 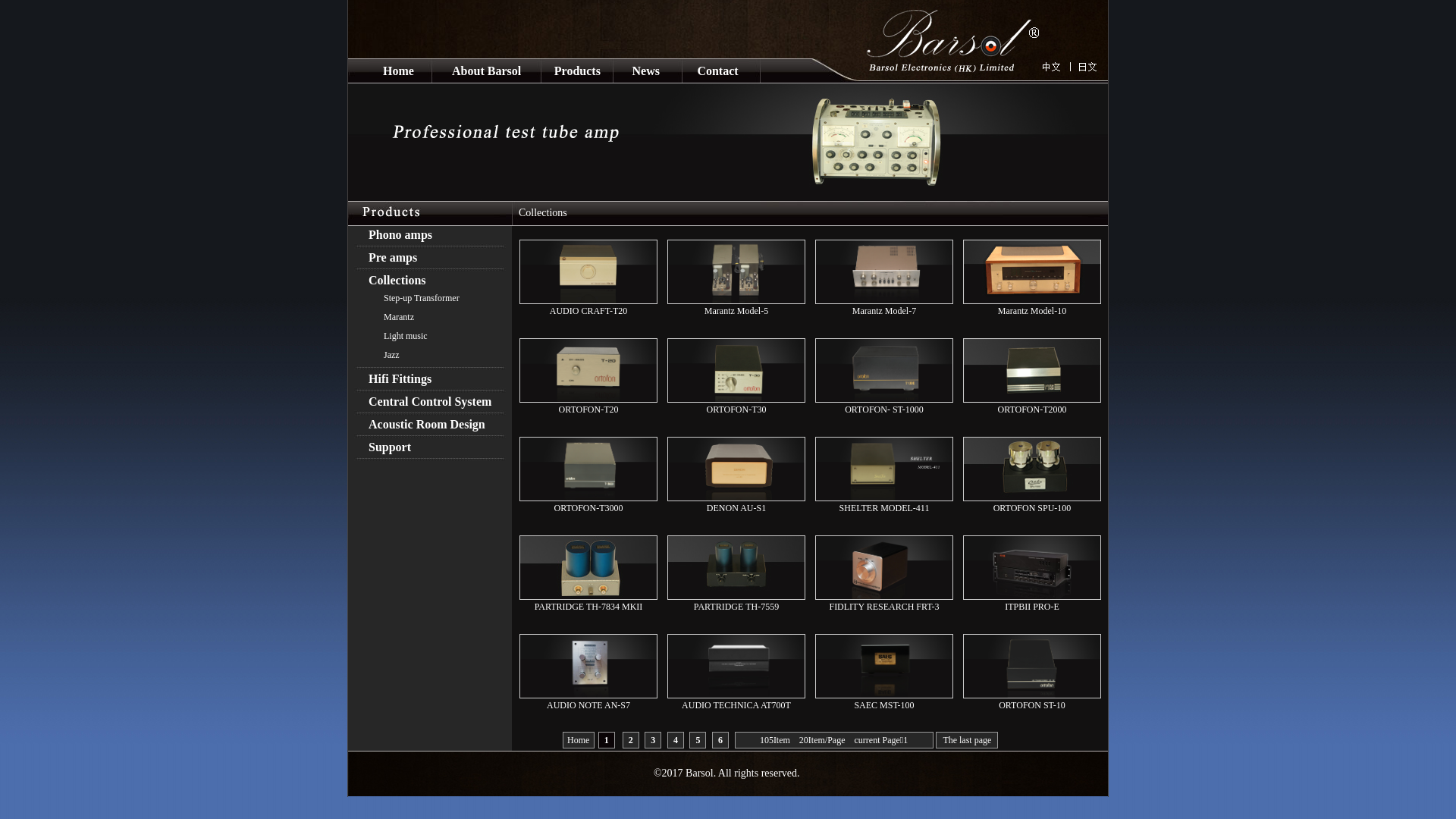 What do you see at coordinates (369, 71) in the screenshot?
I see `'Home'` at bounding box center [369, 71].